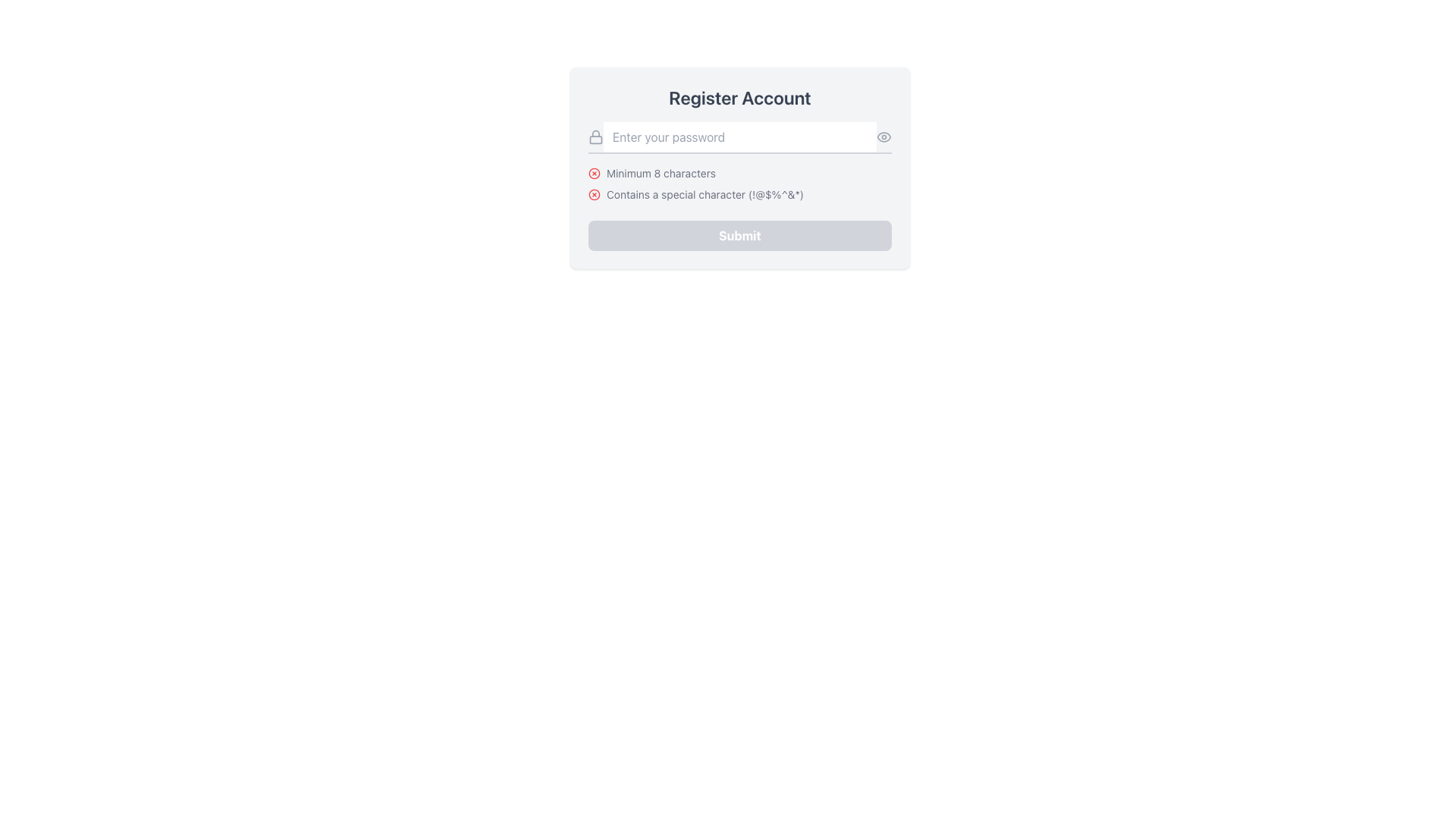  What do you see at coordinates (739, 236) in the screenshot?
I see `the 'Submit' button for the registration form` at bounding box center [739, 236].